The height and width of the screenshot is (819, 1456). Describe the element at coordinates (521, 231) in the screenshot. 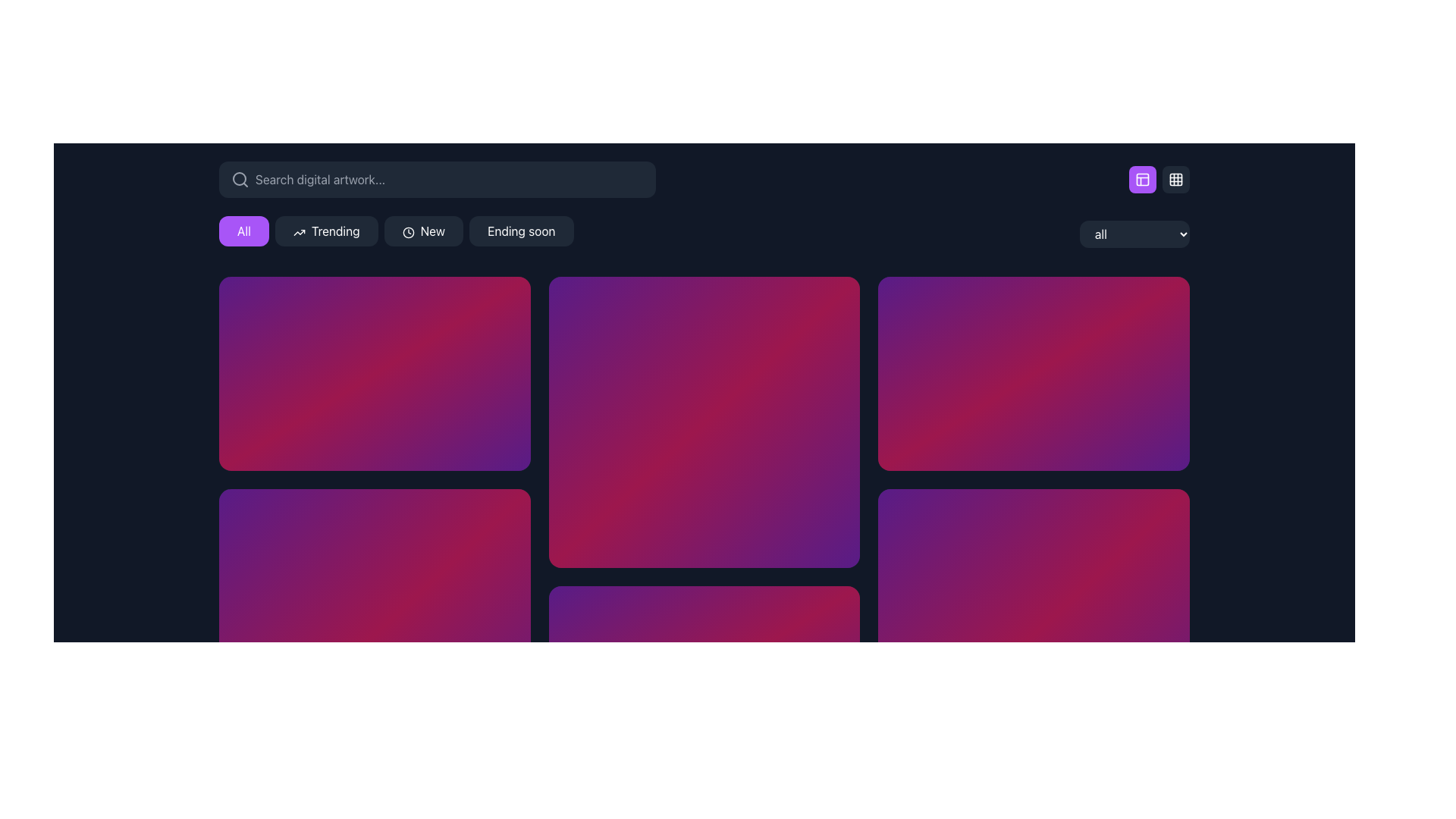

I see `the interactive button labeled 'Ending soon' located as the fourth element in a horizontal list of buttons, immediately to the right of the 'New' button, to filter or display 'Ending soon' items` at that location.